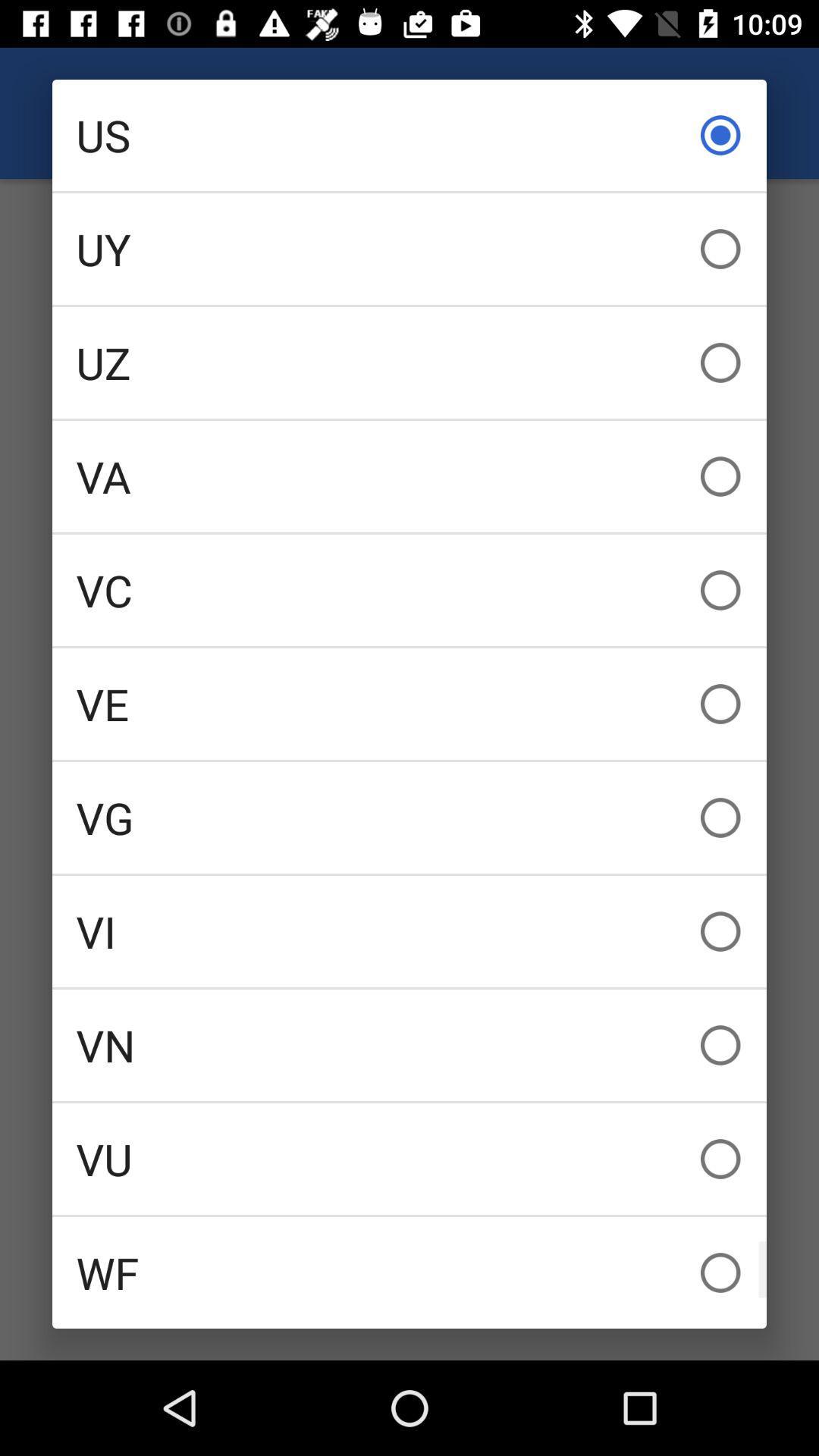 Image resolution: width=819 pixels, height=1456 pixels. Describe the element at coordinates (409, 475) in the screenshot. I see `the va icon` at that location.